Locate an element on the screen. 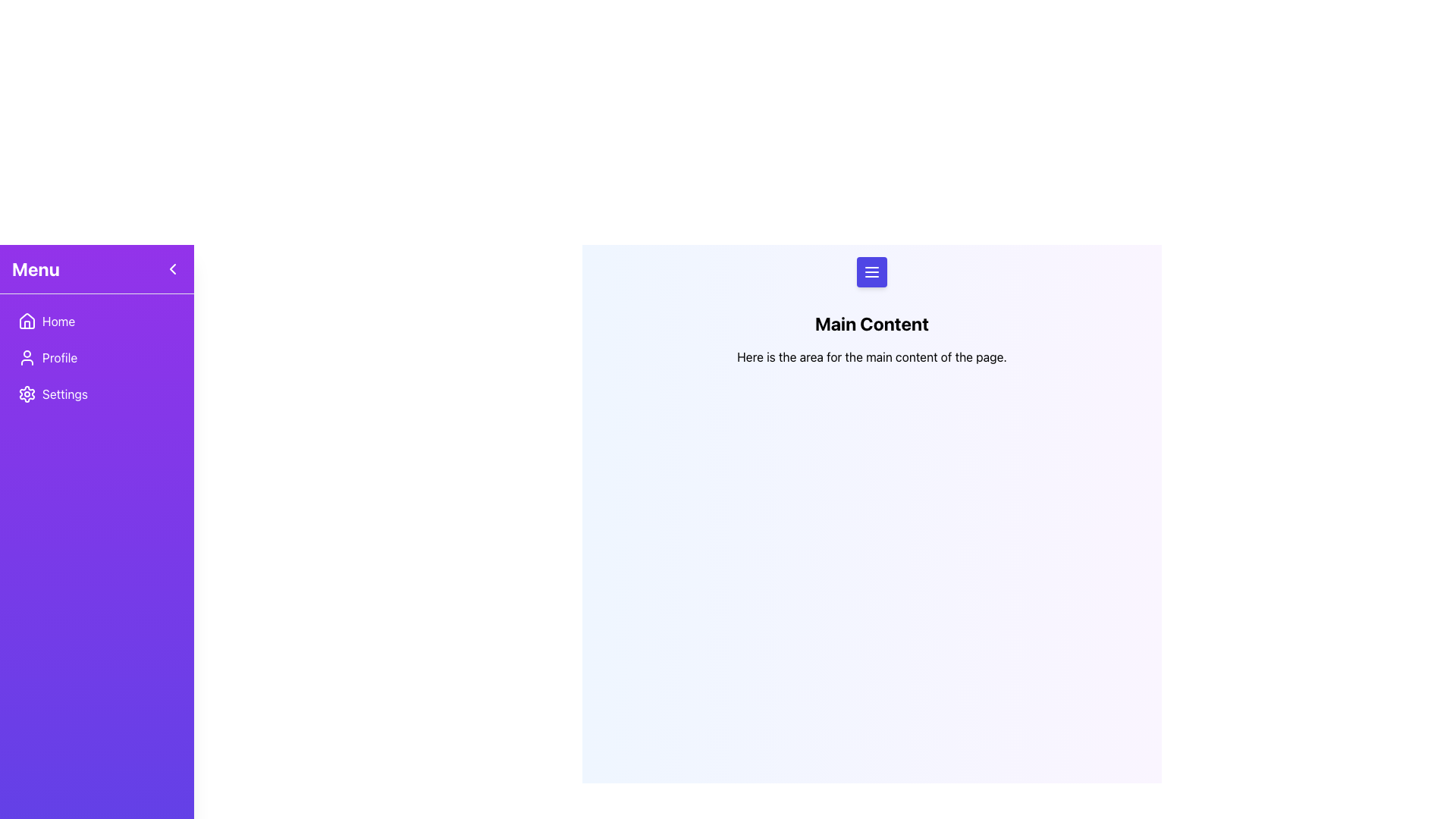 The height and width of the screenshot is (819, 1456). the static text reading 'Here is the area for the main content of the page.', which is located directly beneath the bold heading 'Main Content' in the central area of the interface is located at coordinates (872, 356).